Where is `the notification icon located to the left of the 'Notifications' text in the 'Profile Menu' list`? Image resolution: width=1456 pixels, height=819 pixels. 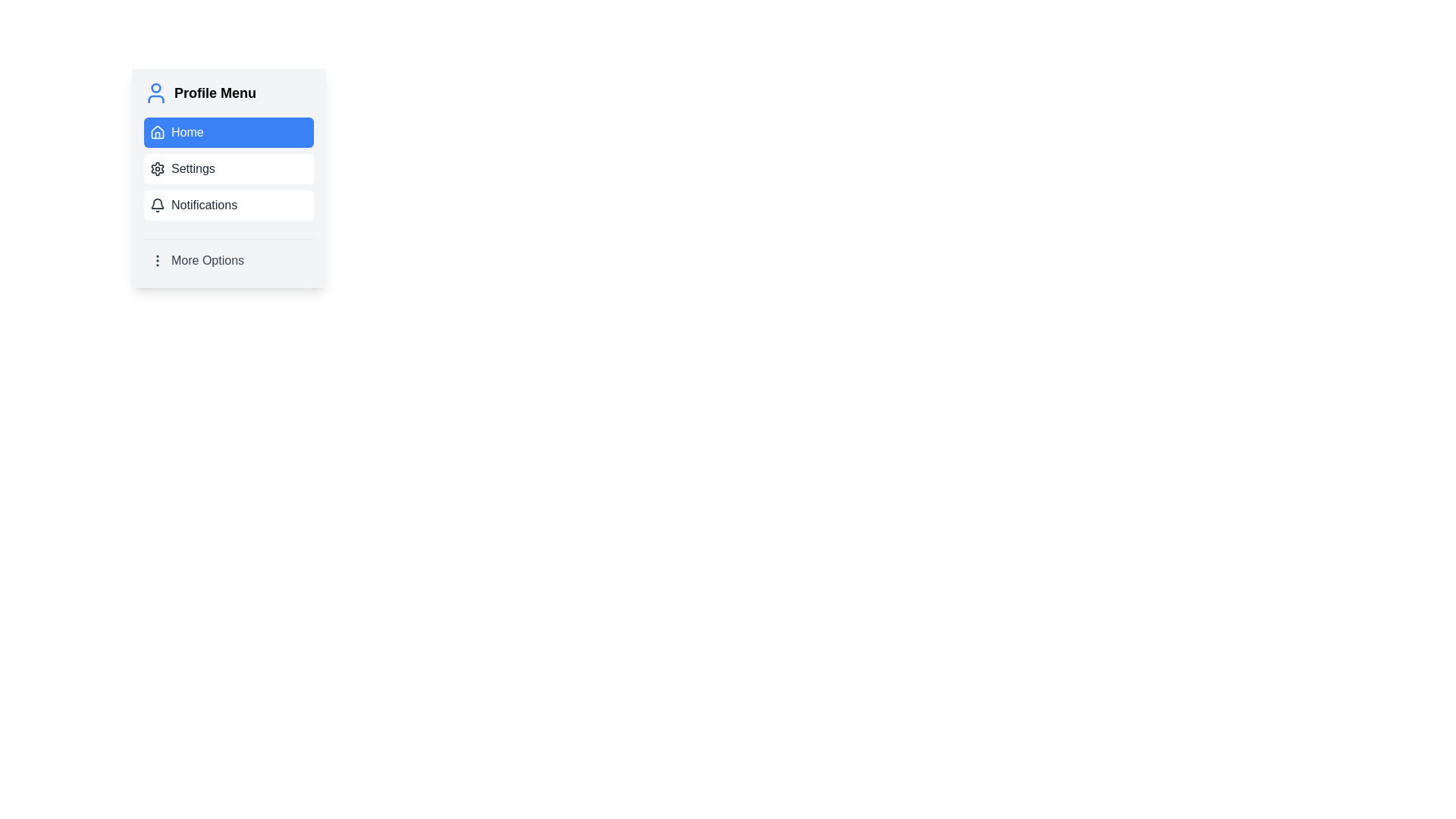
the notification icon located to the left of the 'Notifications' text in the 'Profile Menu' list is located at coordinates (157, 205).